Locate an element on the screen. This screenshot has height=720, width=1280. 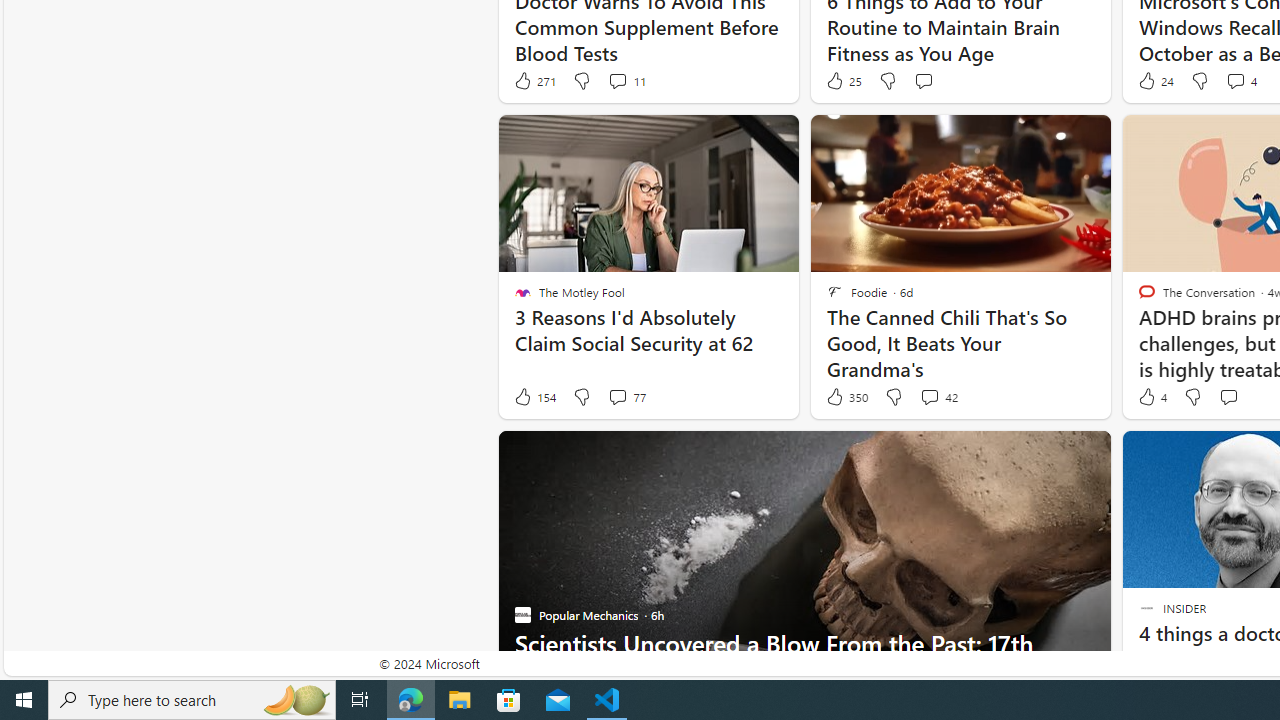
'4 Like' is located at coordinates (1151, 397).